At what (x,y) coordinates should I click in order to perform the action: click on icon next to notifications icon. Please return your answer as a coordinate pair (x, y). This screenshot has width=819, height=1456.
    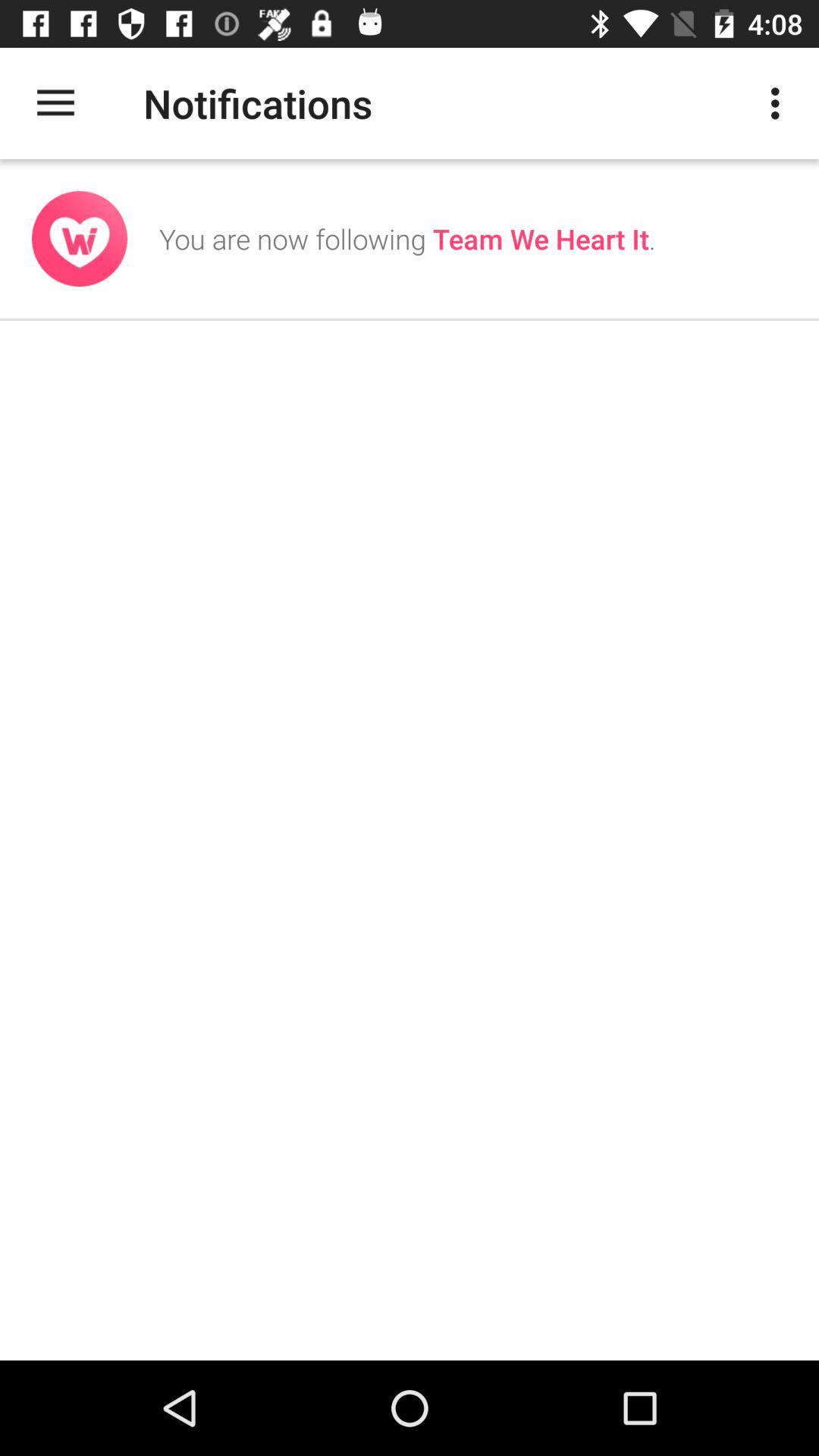
    Looking at the image, I should click on (55, 102).